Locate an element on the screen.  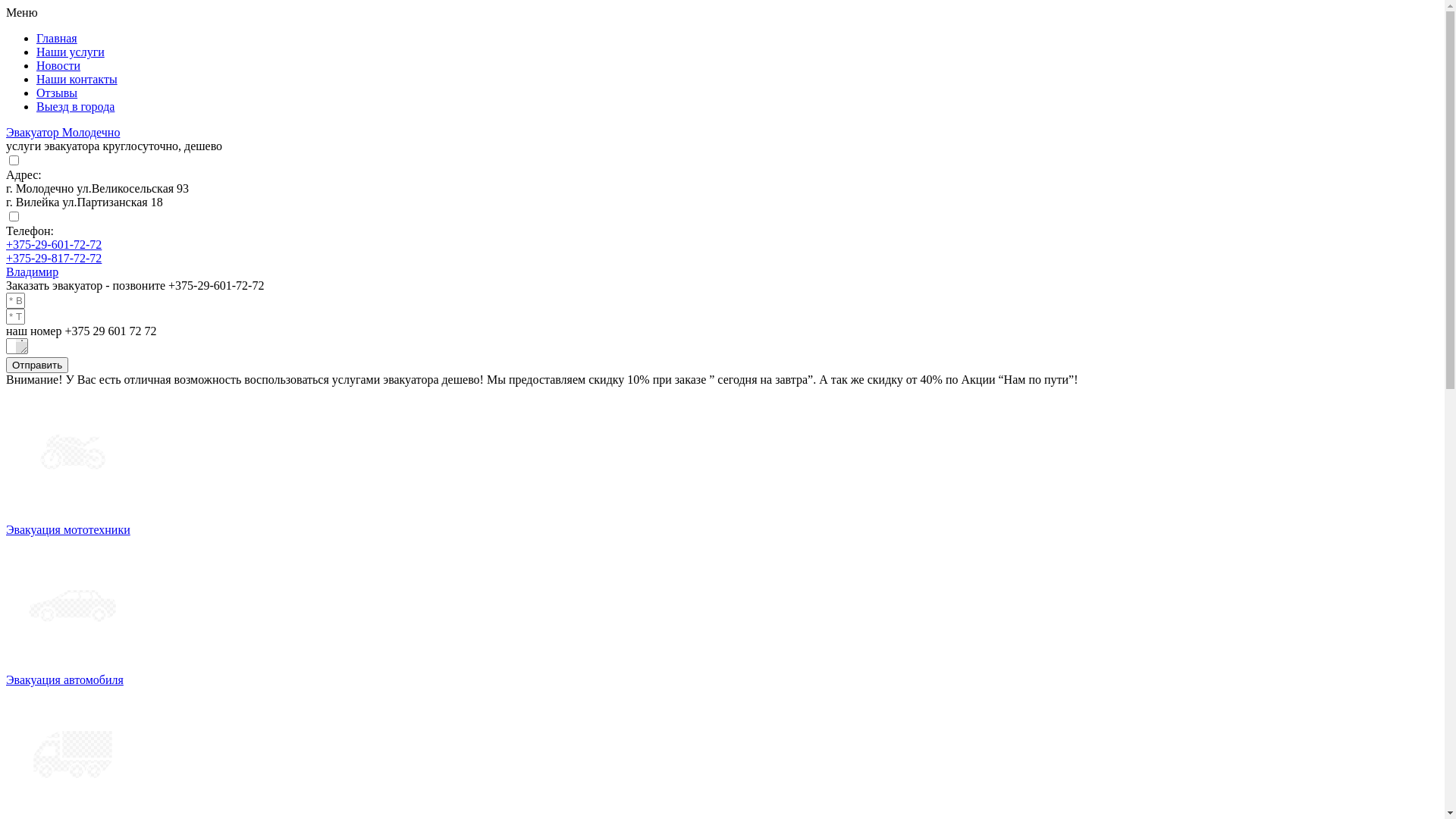
'+375-29-601-72-72' is located at coordinates (54, 243).